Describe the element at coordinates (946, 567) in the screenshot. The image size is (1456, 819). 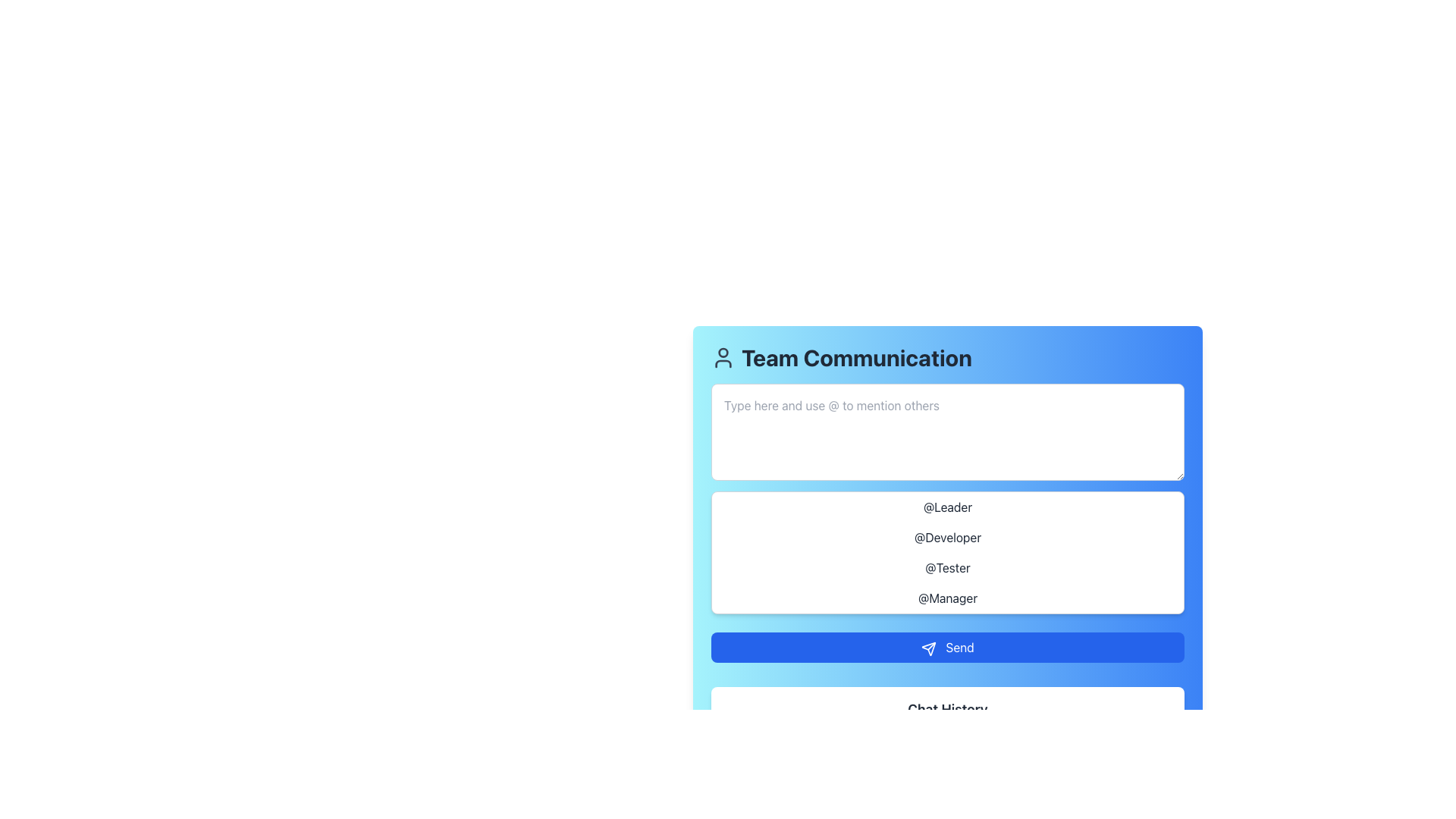
I see `the third selectable option text in the dropdown list that represents an individual identifier, specifically '@Tester'` at that location.